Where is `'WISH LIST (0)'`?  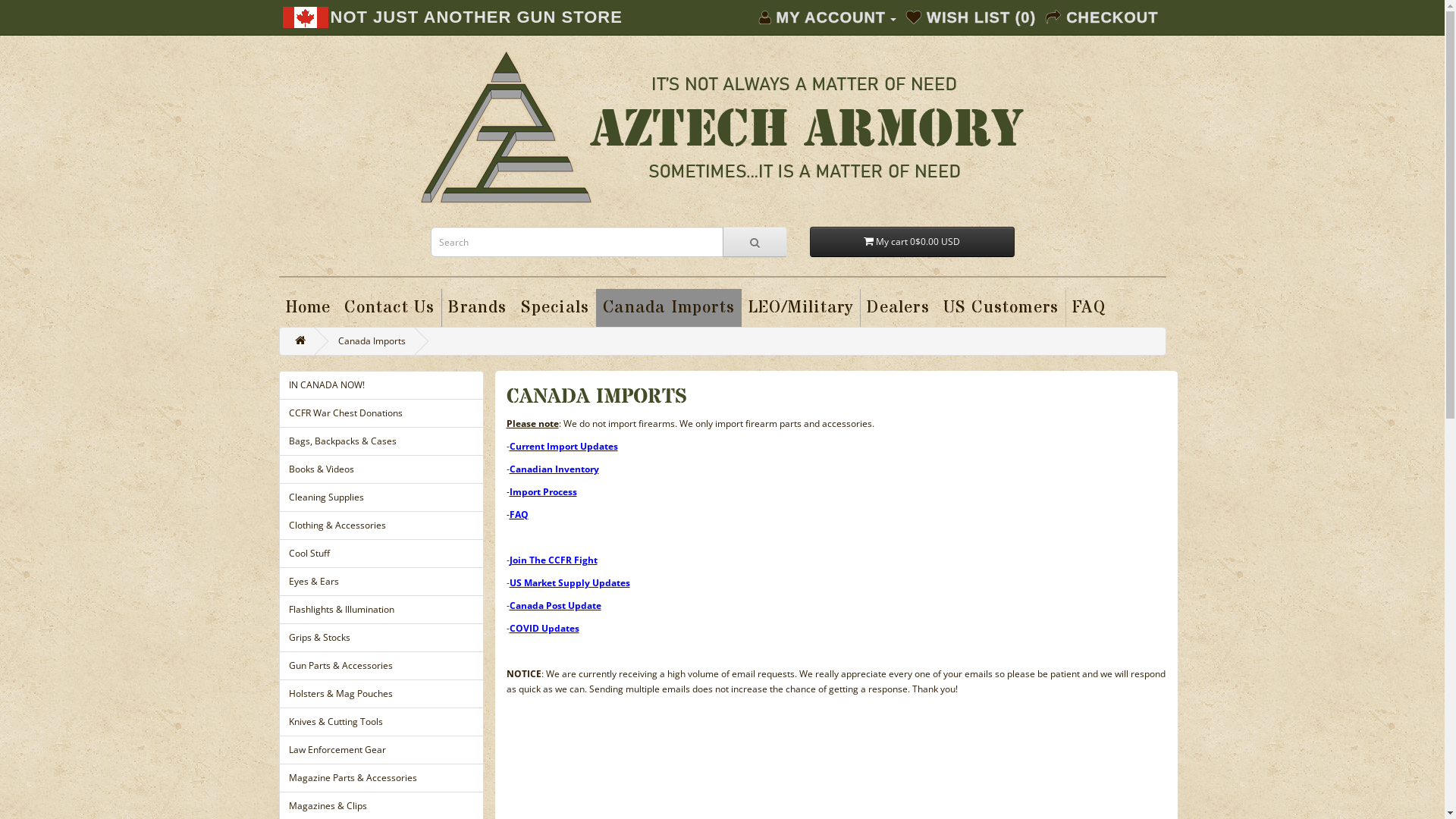 'WISH LIST (0)' is located at coordinates (971, 17).